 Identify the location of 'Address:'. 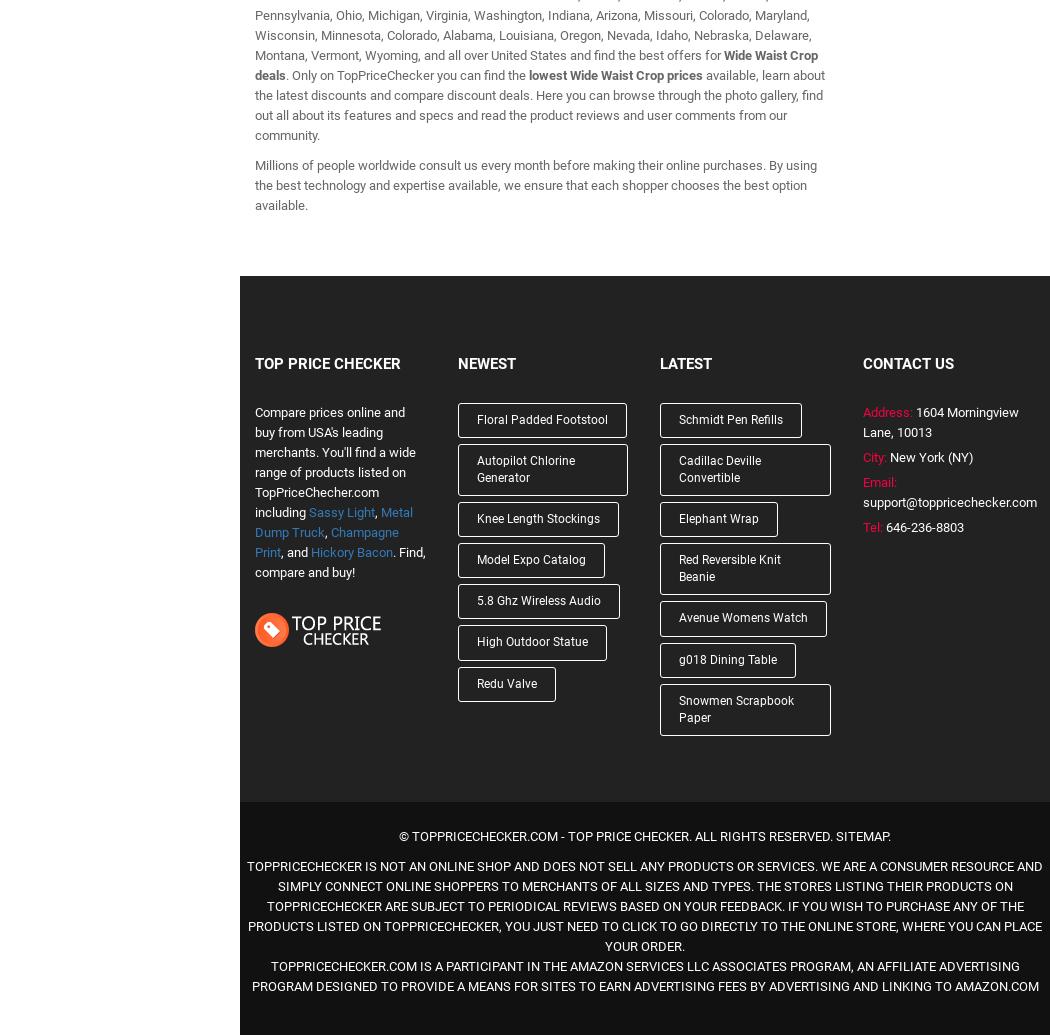
(886, 411).